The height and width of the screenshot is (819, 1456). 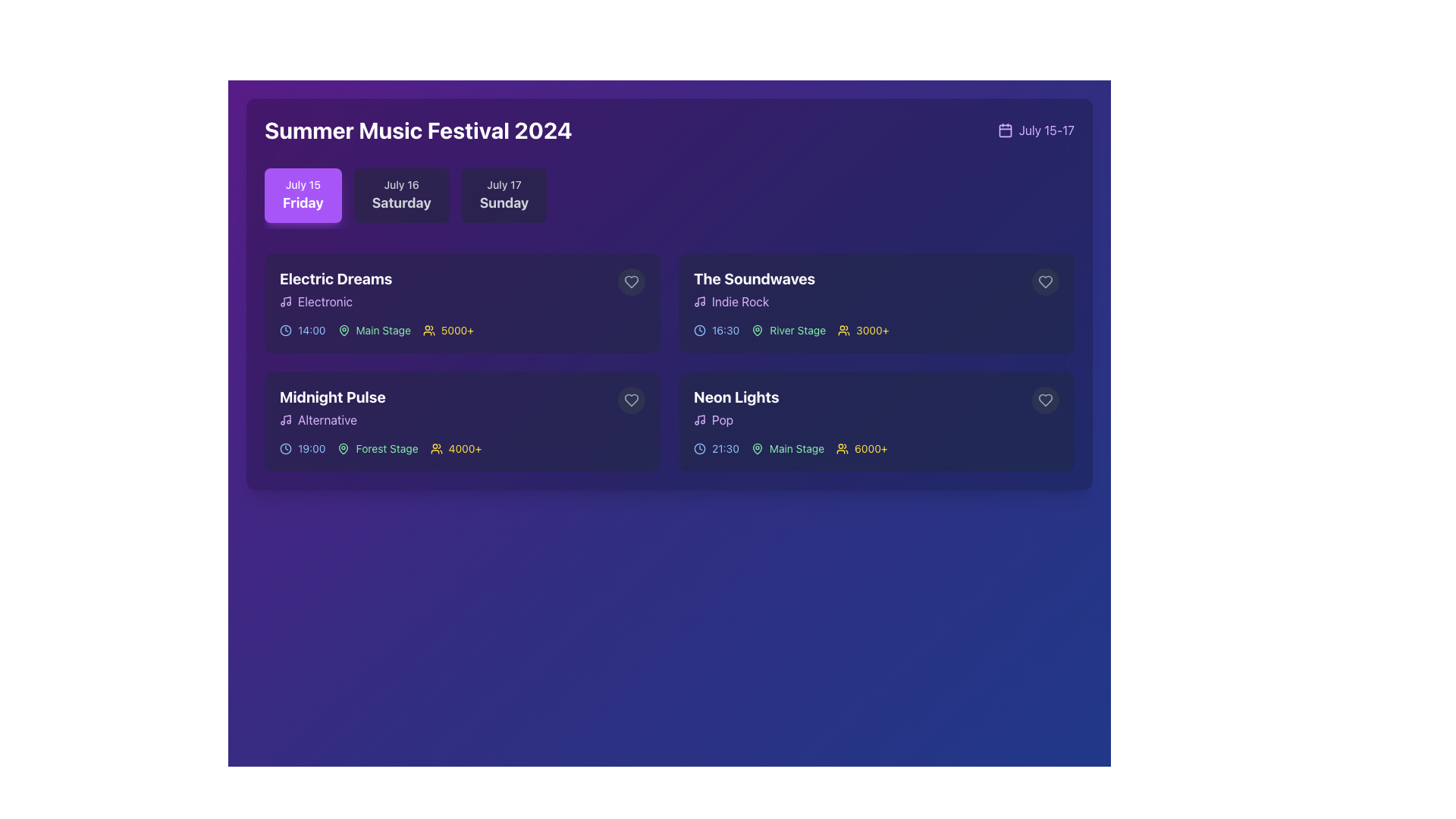 What do you see at coordinates (311, 329) in the screenshot?
I see `time displayed in the light blue text label '14:00' located on the left side of the 'Electric Dreams' event card, next to the clock icon` at bounding box center [311, 329].